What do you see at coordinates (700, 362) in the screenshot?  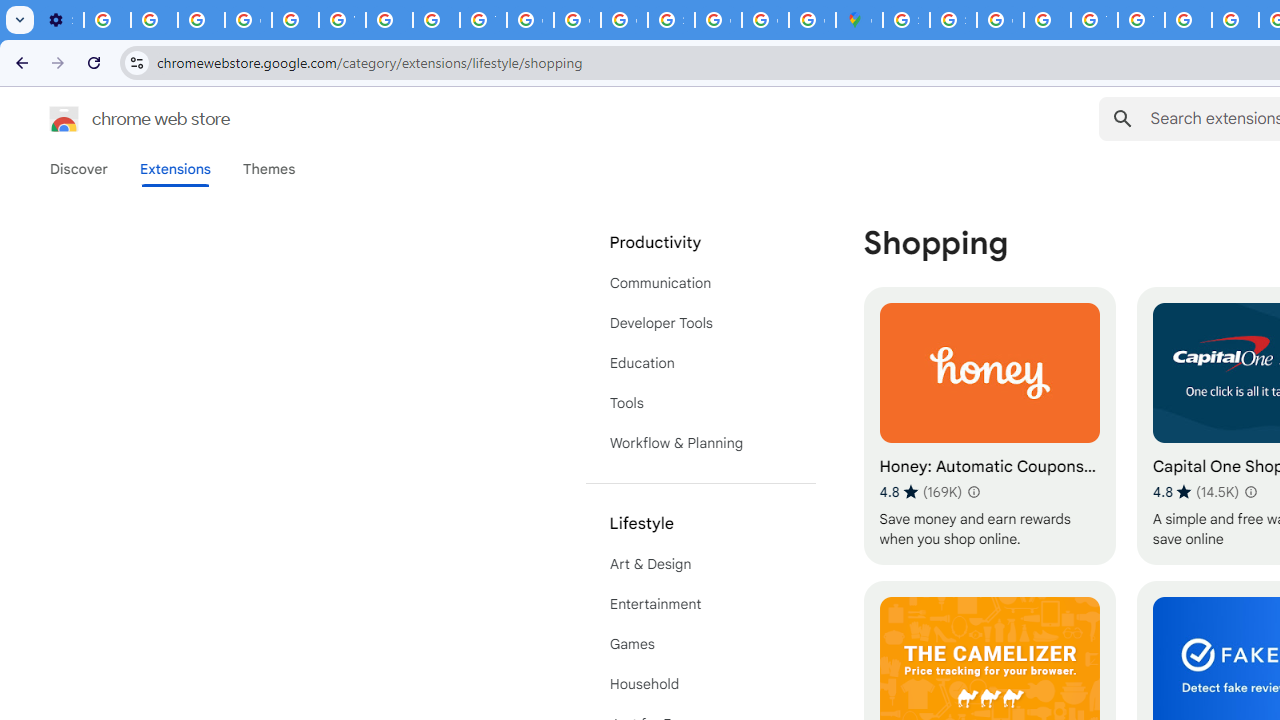 I see `'Education'` at bounding box center [700, 362].